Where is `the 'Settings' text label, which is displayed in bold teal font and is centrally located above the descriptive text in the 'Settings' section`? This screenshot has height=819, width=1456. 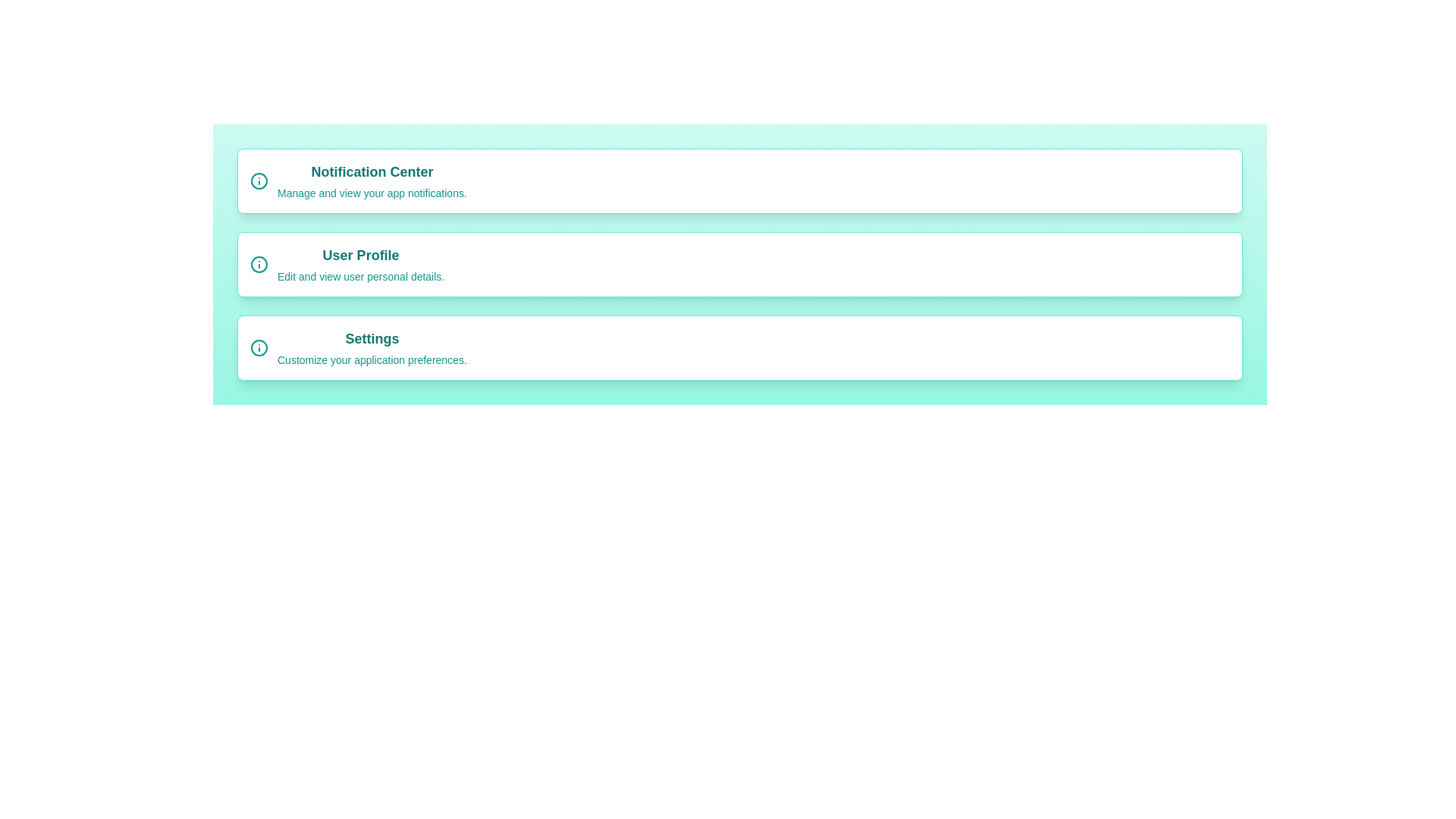 the 'Settings' text label, which is displayed in bold teal font and is centrally located above the descriptive text in the 'Settings' section is located at coordinates (372, 338).